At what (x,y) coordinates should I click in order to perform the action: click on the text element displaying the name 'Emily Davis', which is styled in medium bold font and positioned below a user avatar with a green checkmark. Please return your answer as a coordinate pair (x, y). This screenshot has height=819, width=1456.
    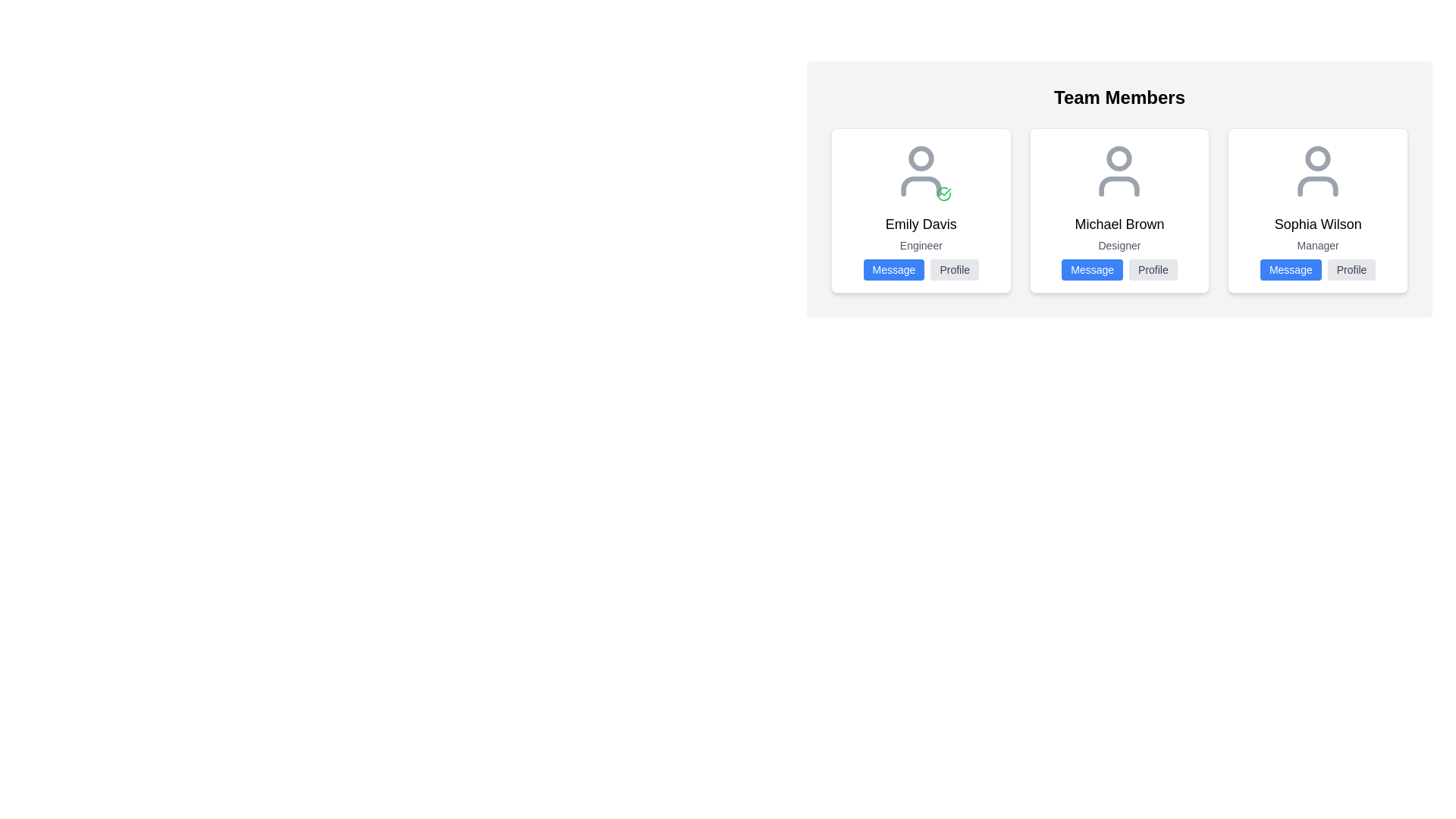
    Looking at the image, I should click on (920, 224).